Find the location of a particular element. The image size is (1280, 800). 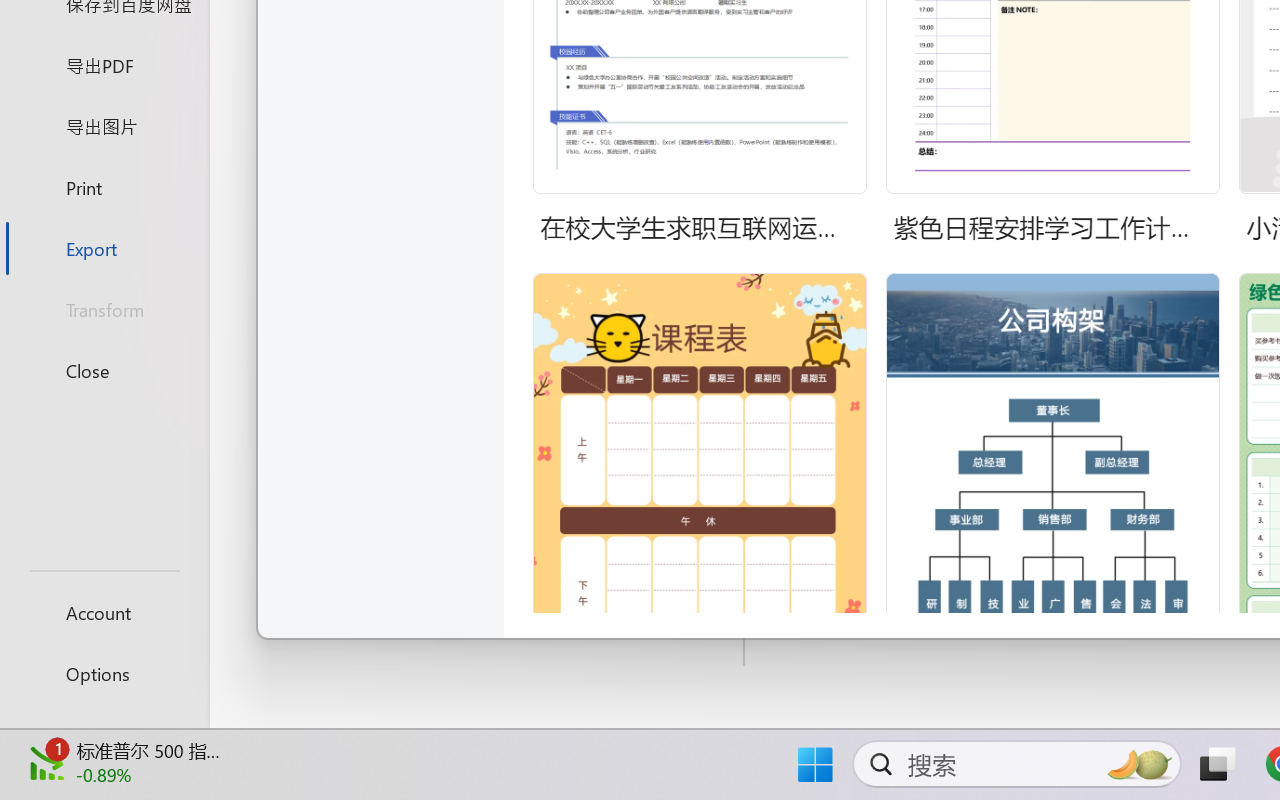

'Export' is located at coordinates (103, 247).